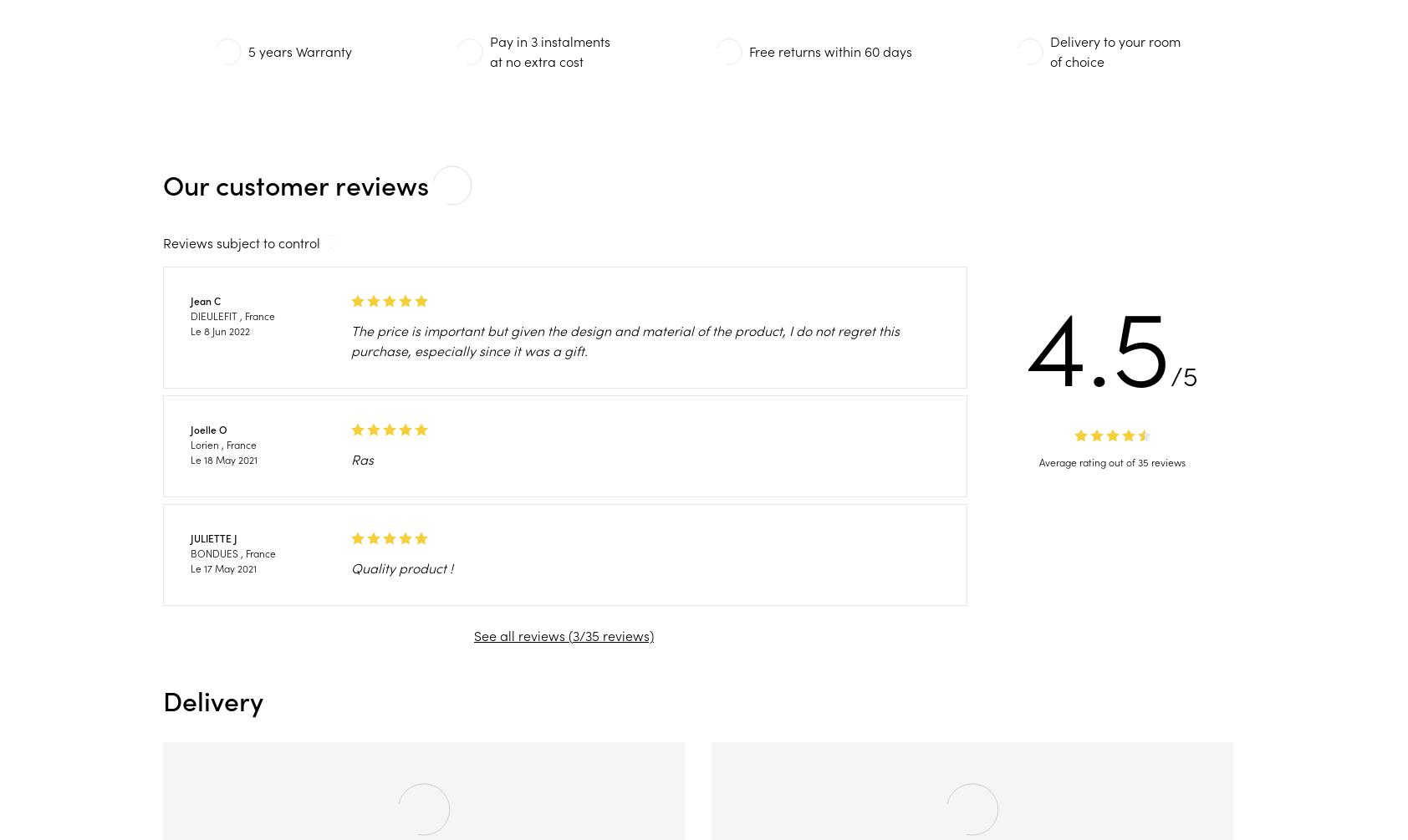 The height and width of the screenshot is (840, 1408). Describe the element at coordinates (520, 634) in the screenshot. I see `'See all reviews'` at that location.